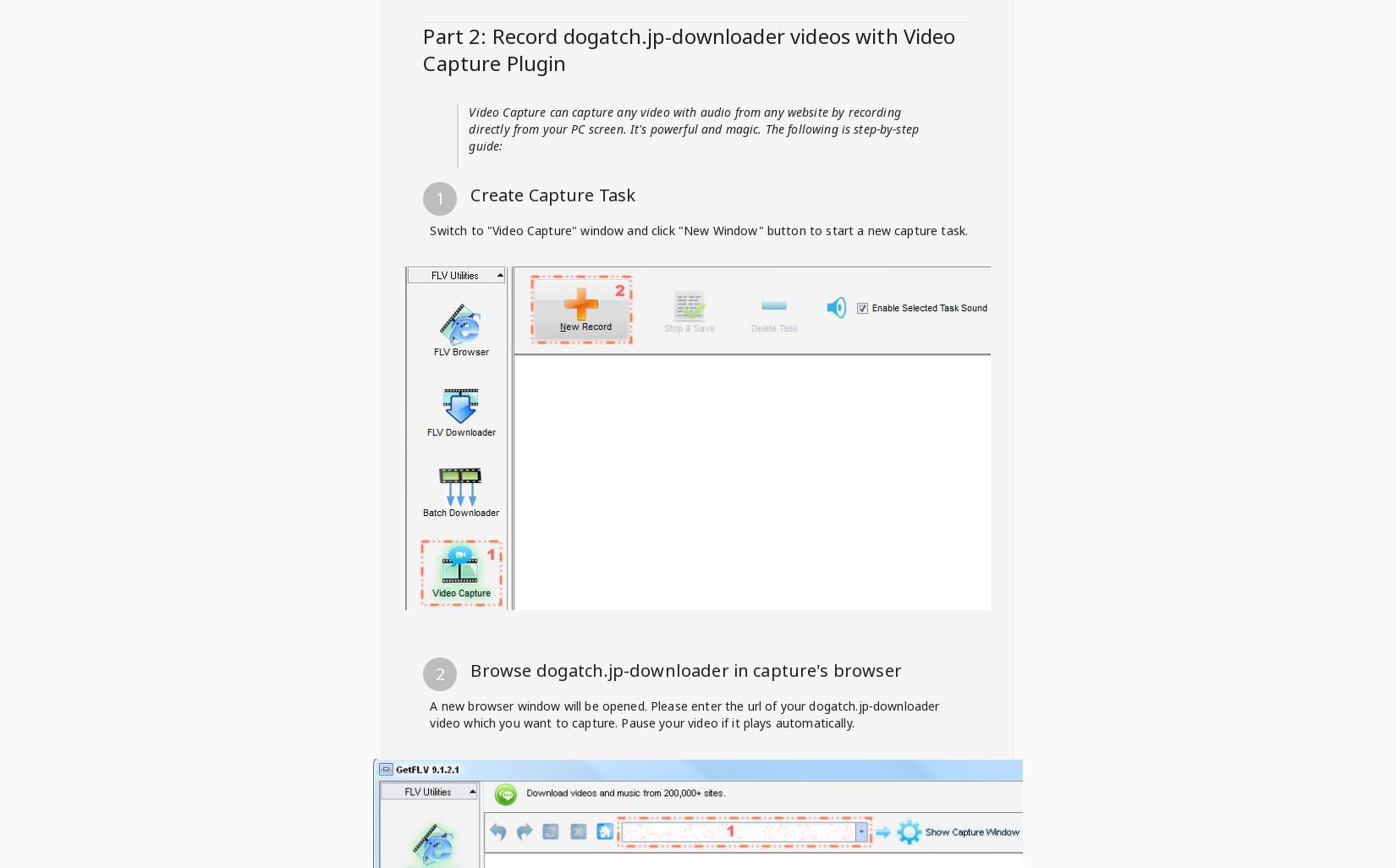 Image resolution: width=1396 pixels, height=868 pixels. What do you see at coordinates (684, 669) in the screenshot?
I see `'Browse dogatch.jp-downloader in capture's browser'` at bounding box center [684, 669].